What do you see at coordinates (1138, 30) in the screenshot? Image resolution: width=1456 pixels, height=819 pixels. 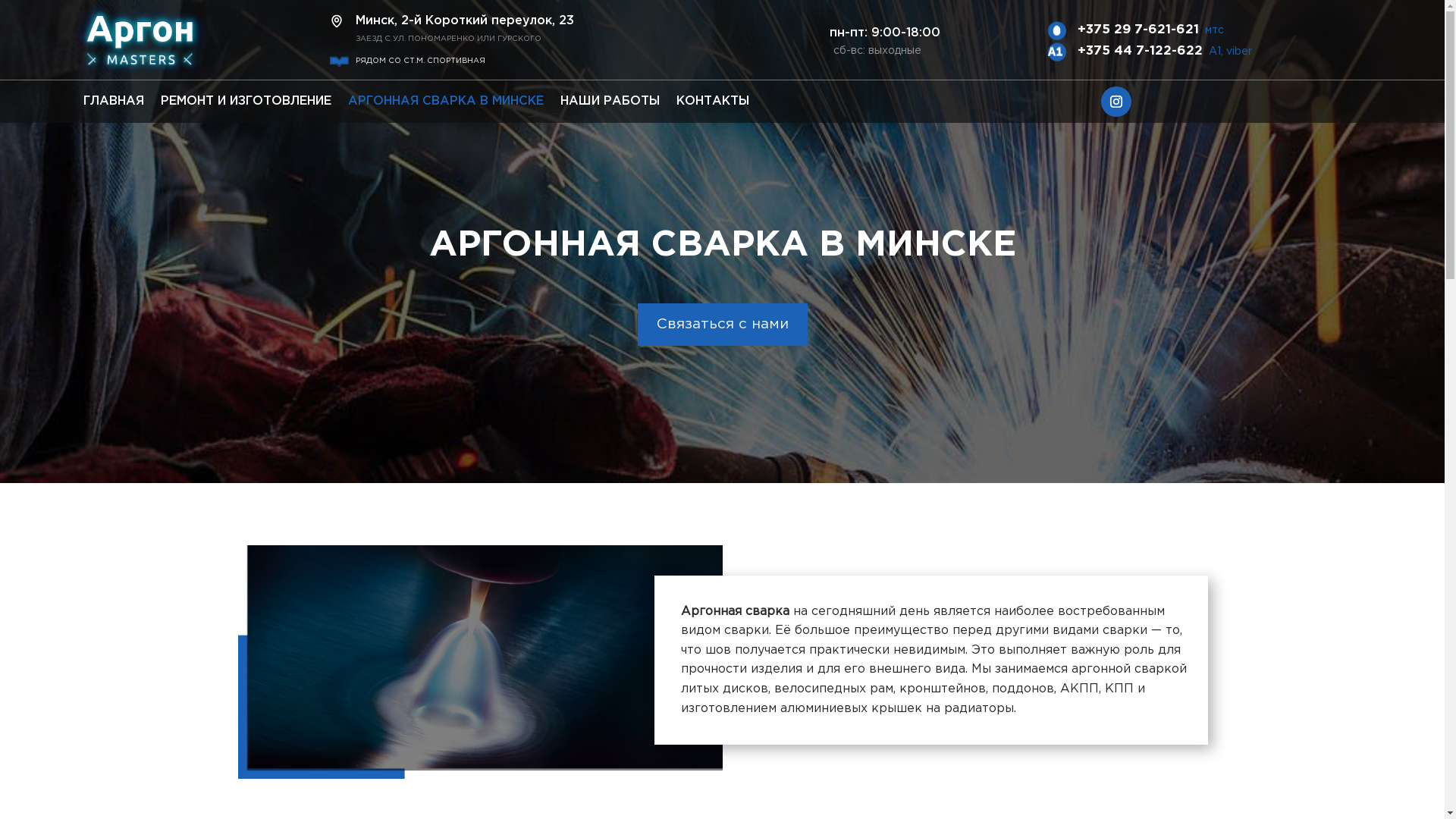 I see `'+375 29 7-621-621'` at bounding box center [1138, 30].